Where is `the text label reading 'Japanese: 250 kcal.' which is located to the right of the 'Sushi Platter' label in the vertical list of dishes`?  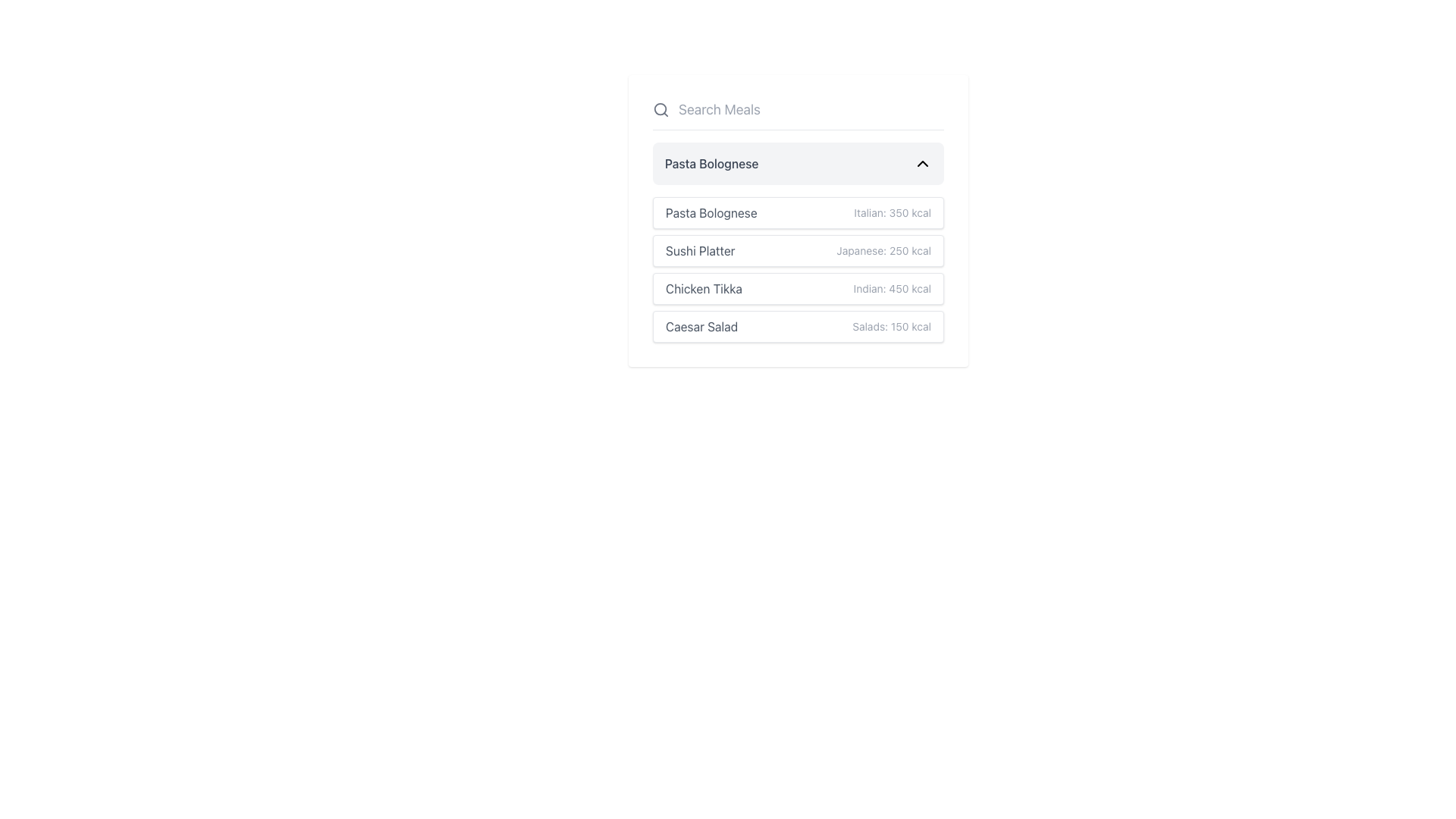 the text label reading 'Japanese: 250 kcal.' which is located to the right of the 'Sushi Platter' label in the vertical list of dishes is located at coordinates (883, 250).